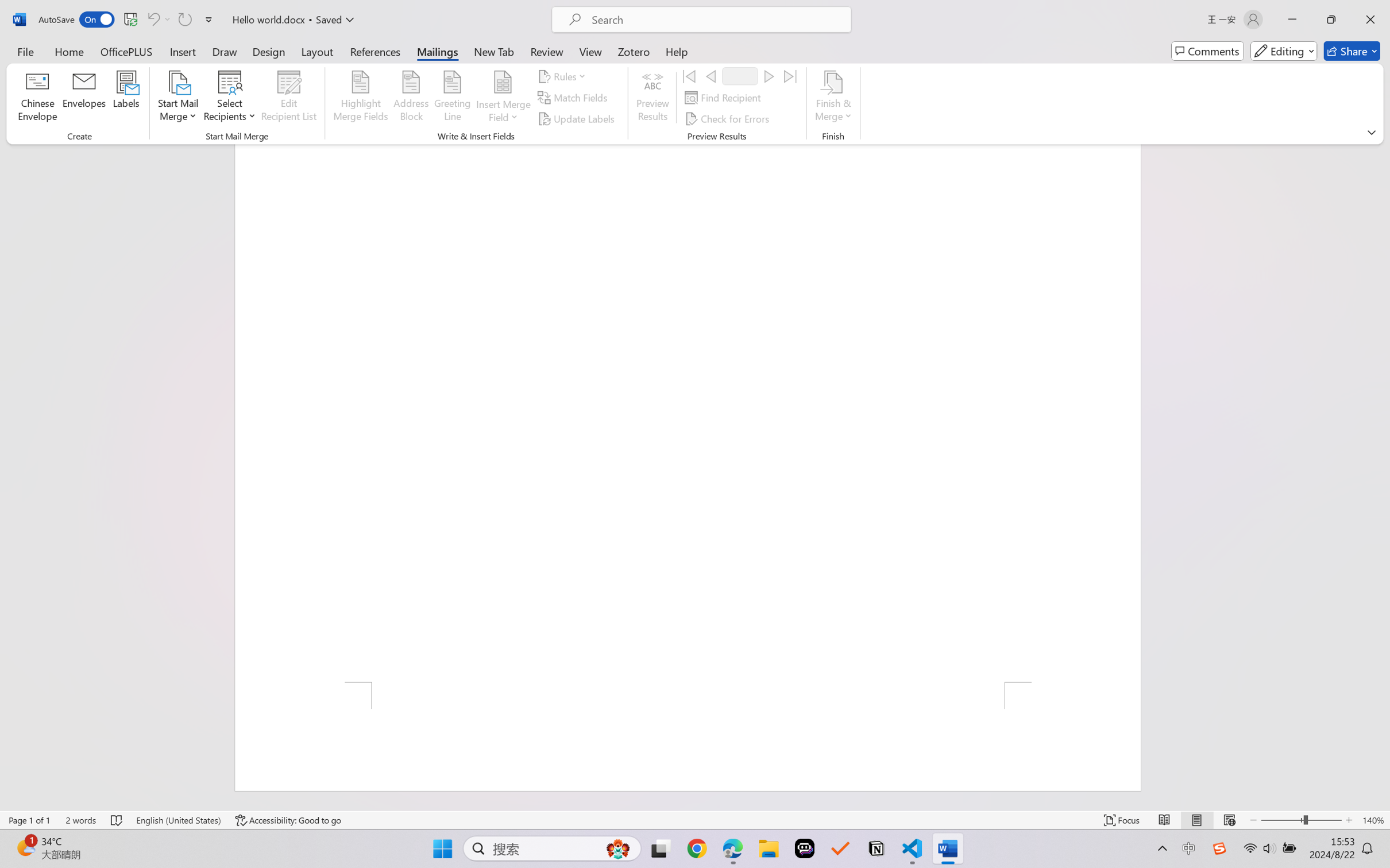 Image resolution: width=1390 pixels, height=868 pixels. Describe the element at coordinates (316, 51) in the screenshot. I see `'Layout'` at that location.